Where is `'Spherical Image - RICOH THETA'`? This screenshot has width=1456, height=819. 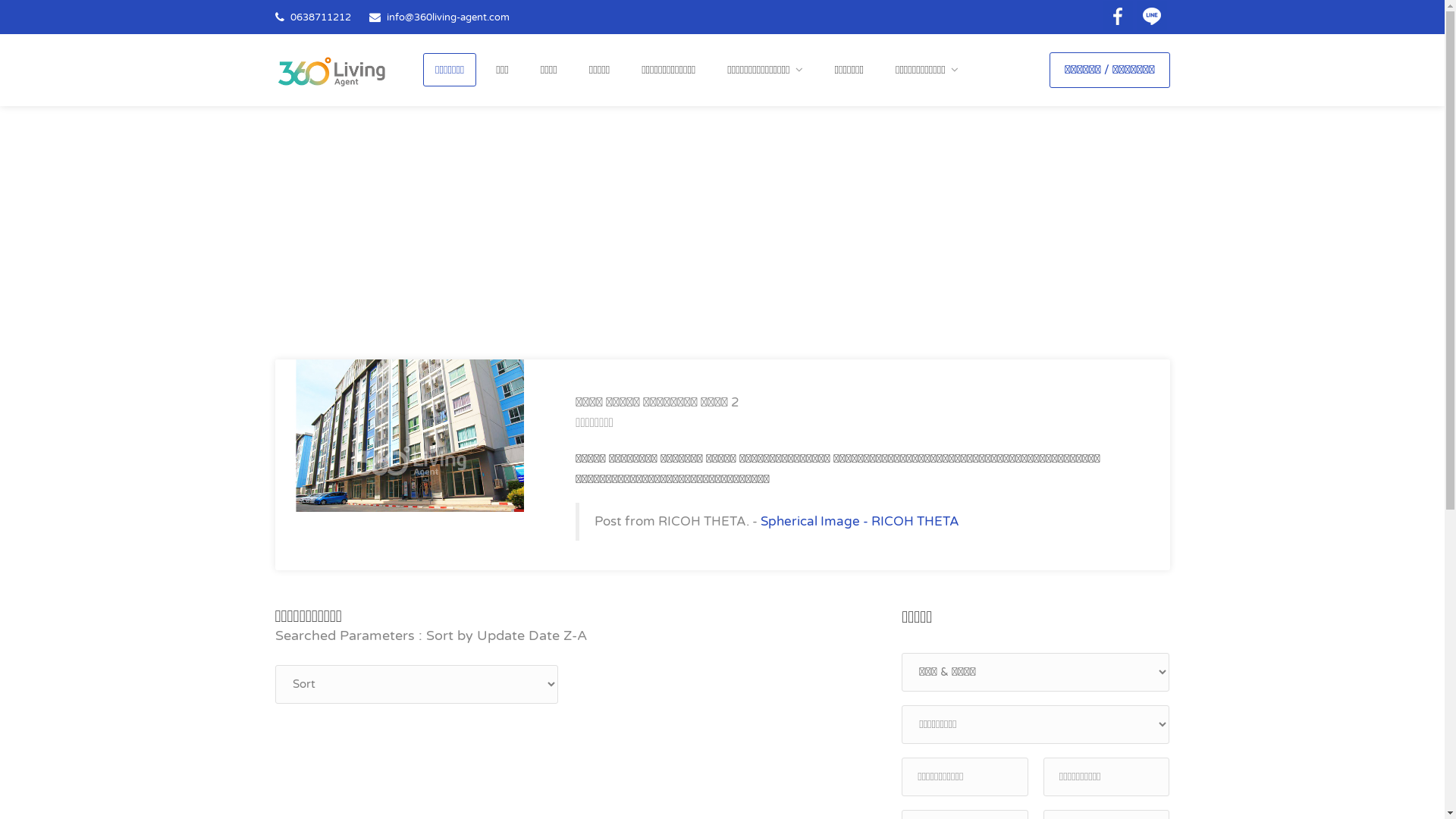
'Spherical Image - RICOH THETA' is located at coordinates (859, 520).